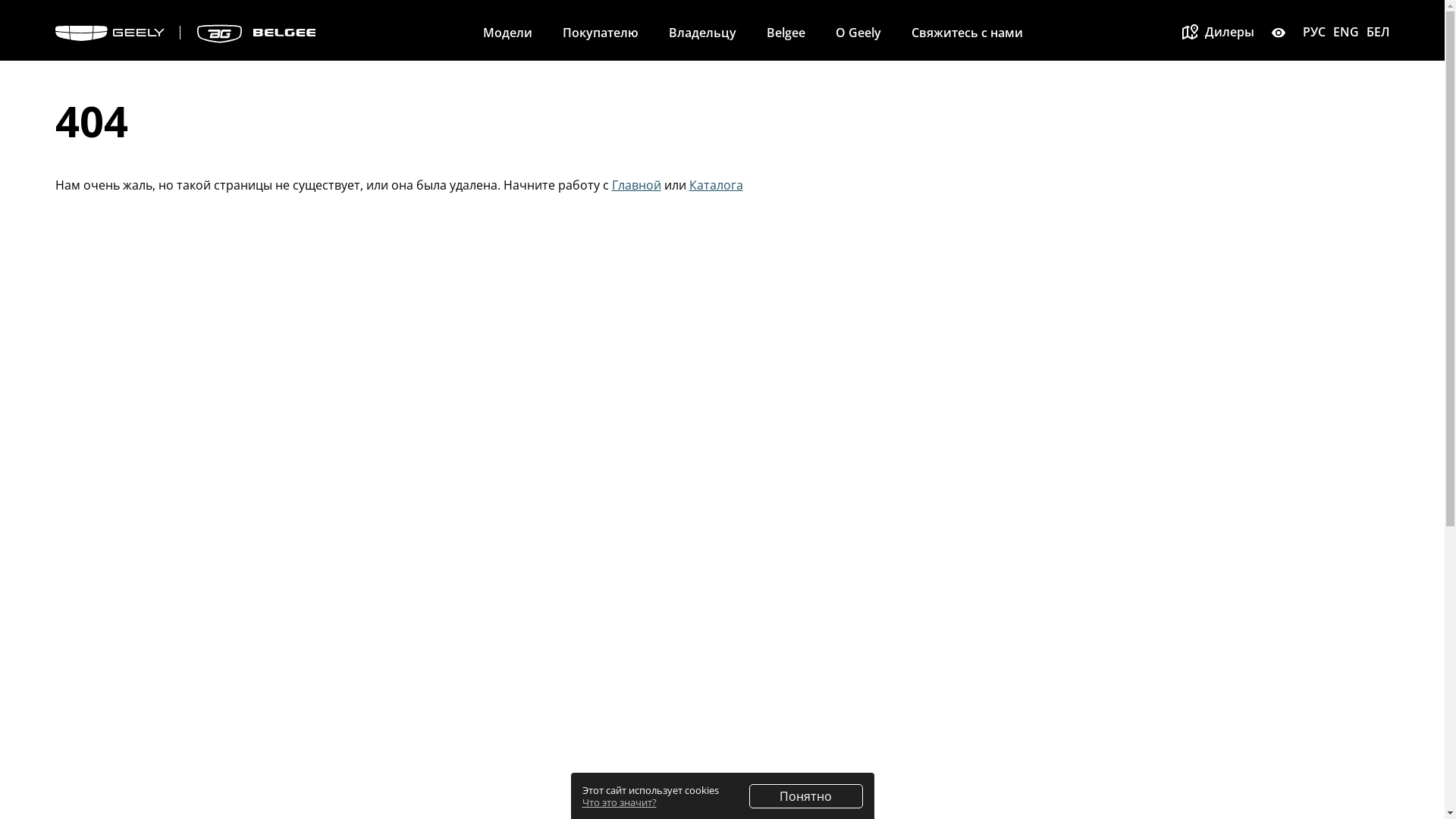 This screenshot has width=1456, height=819. What do you see at coordinates (1346, 32) in the screenshot?
I see `'ENG'` at bounding box center [1346, 32].